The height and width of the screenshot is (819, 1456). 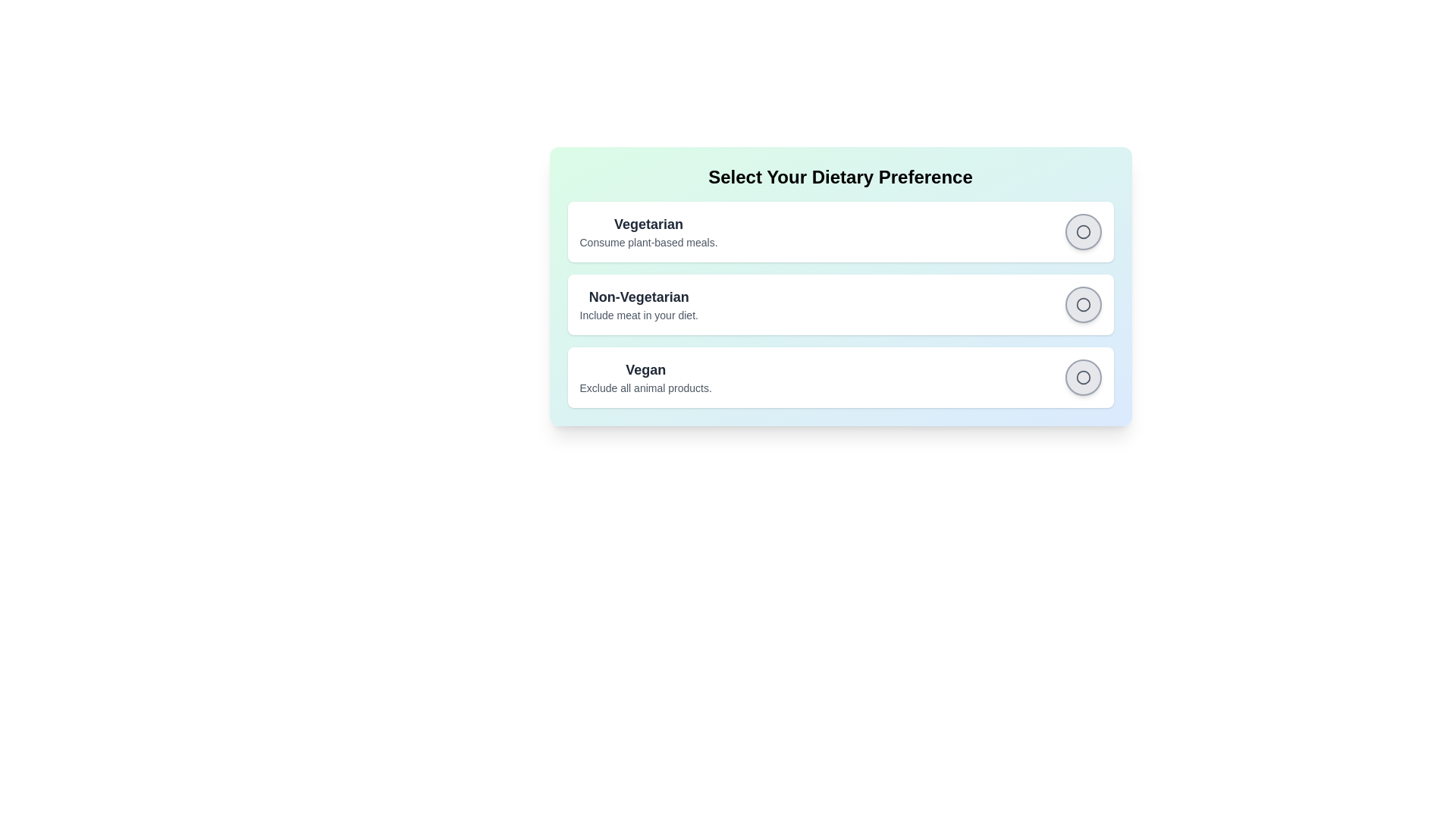 I want to click on the third circular radio button graphic icon representing dietary preferences, which is outlined in dark gray and located to the right of the 'Vegan' label, so click(x=1082, y=376).